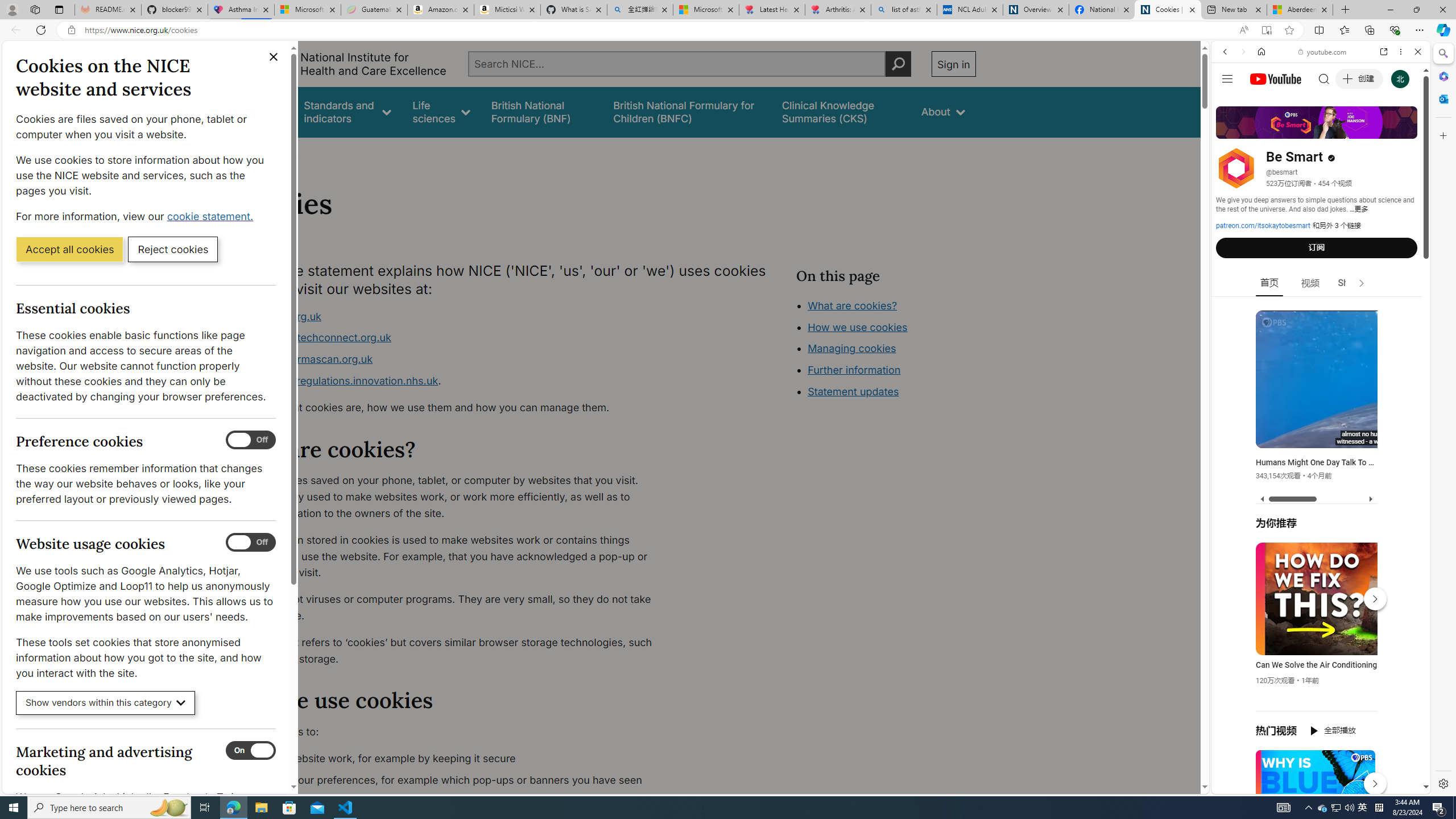 This screenshot has width=1456, height=819. I want to click on 'Class: dict_pnIcon rms_img', so click(1312, 784).